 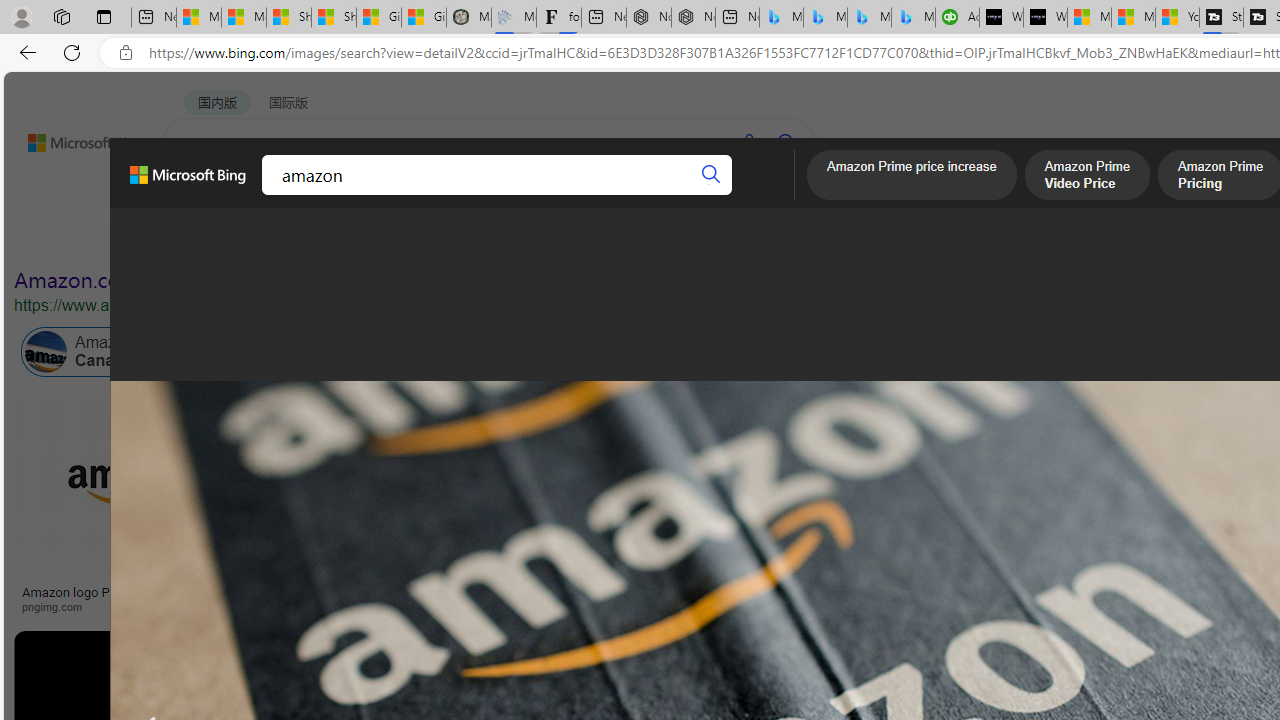 What do you see at coordinates (73, 137) in the screenshot?
I see `'Back to Bing search'` at bounding box center [73, 137].